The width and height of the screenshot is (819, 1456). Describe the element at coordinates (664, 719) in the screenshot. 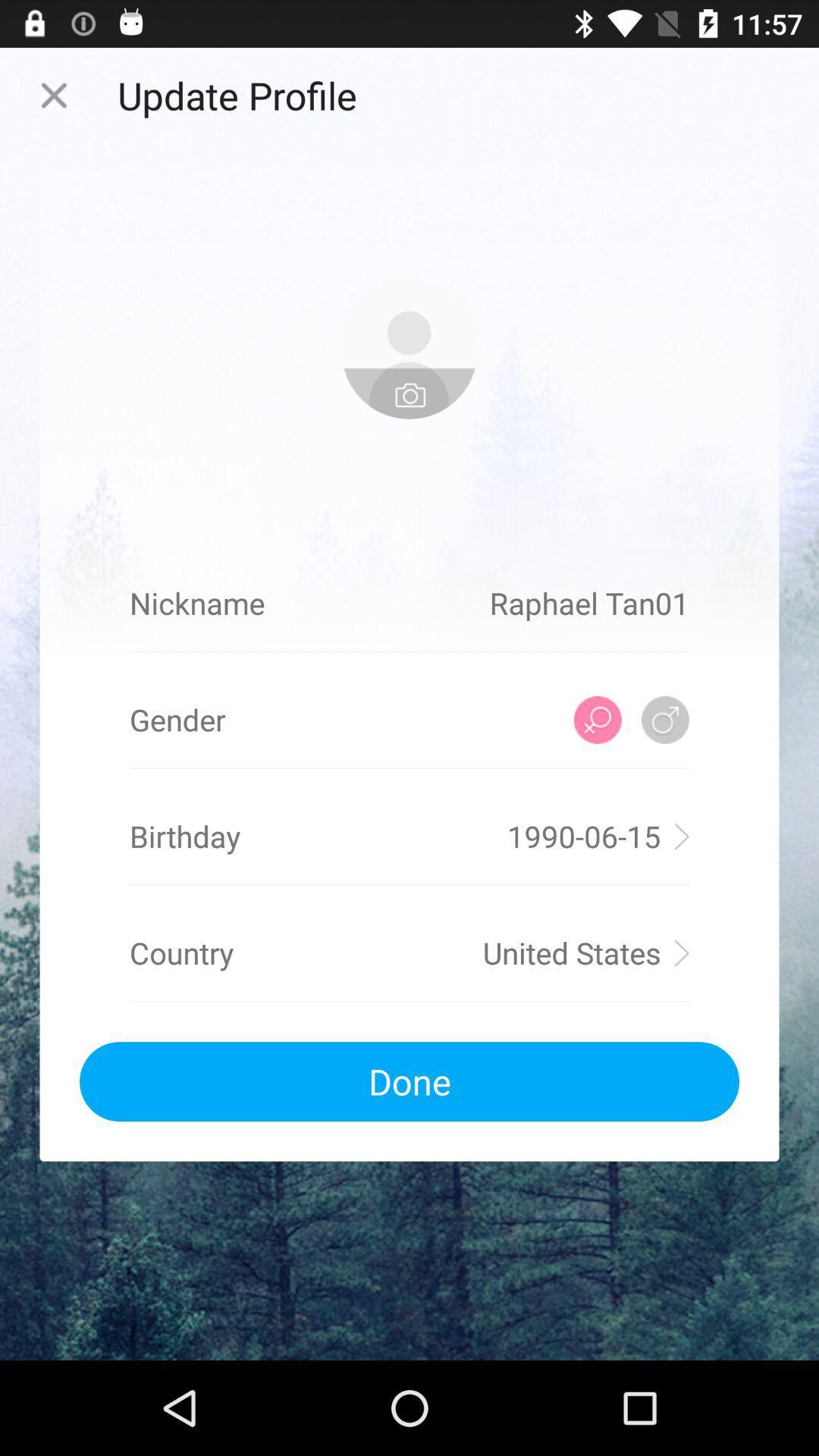

I see `male gender` at that location.